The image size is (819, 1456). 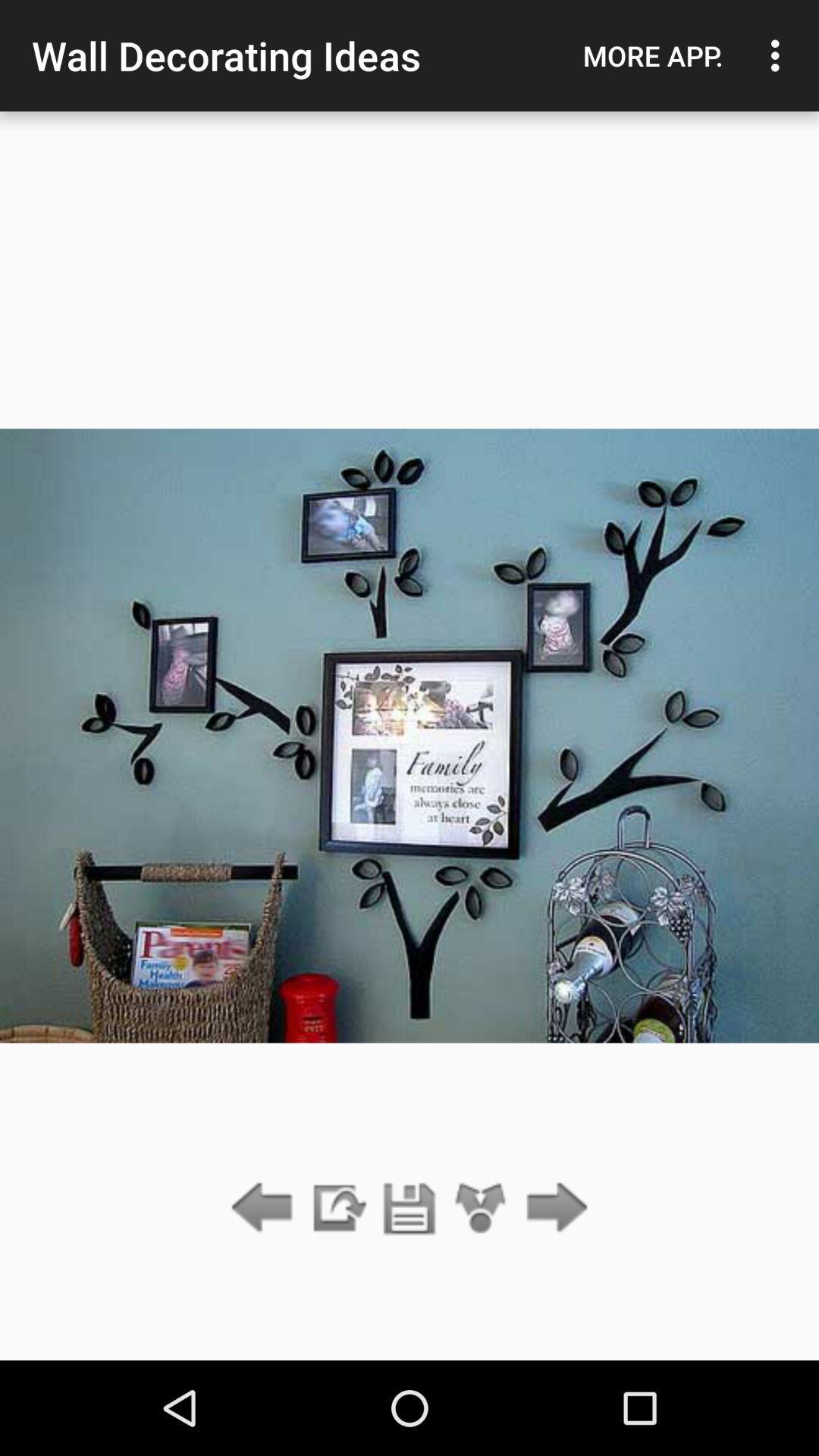 I want to click on the app next to wall decorating ideas app, so click(x=652, y=55).